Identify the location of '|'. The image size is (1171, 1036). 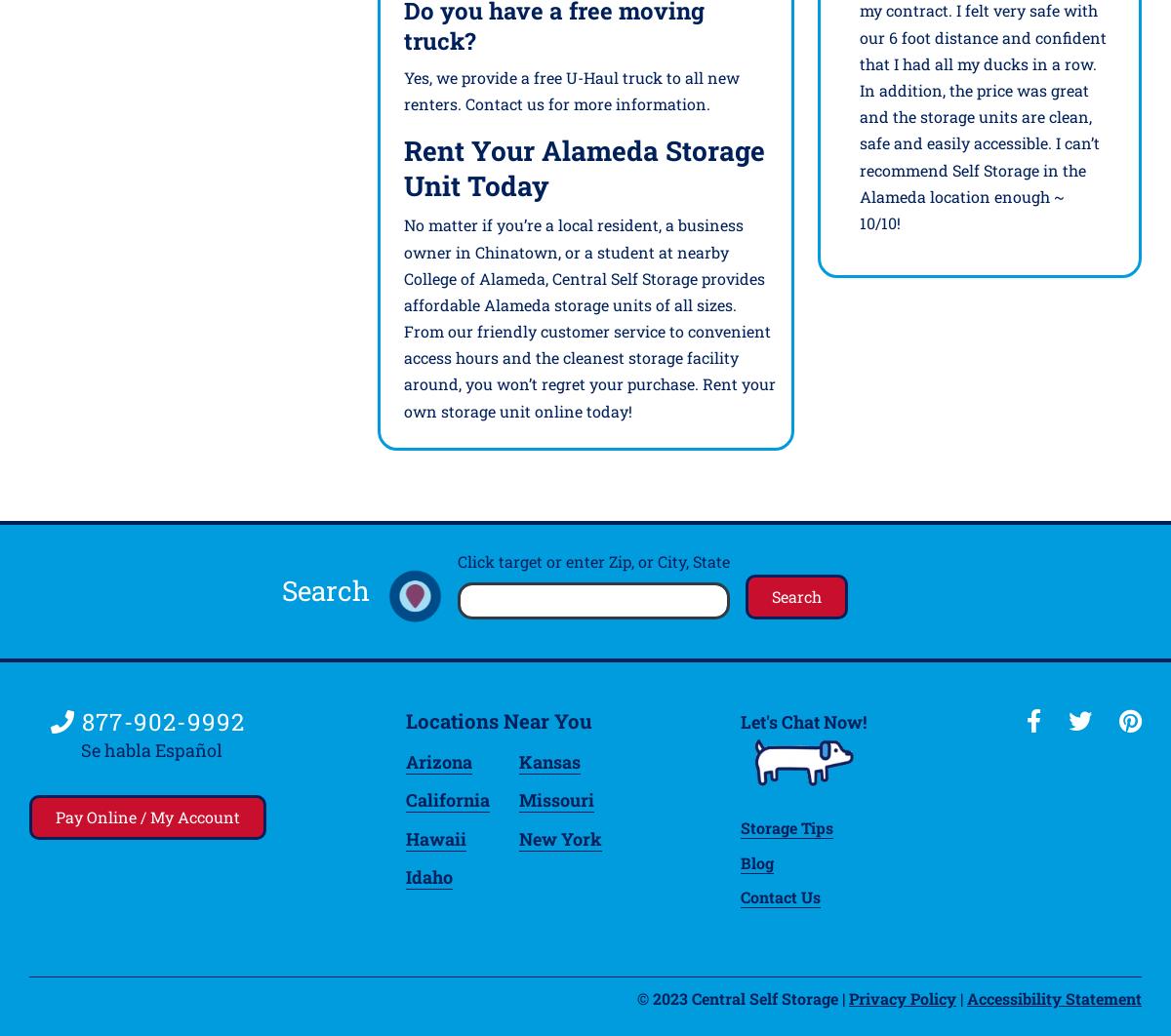
(961, 996).